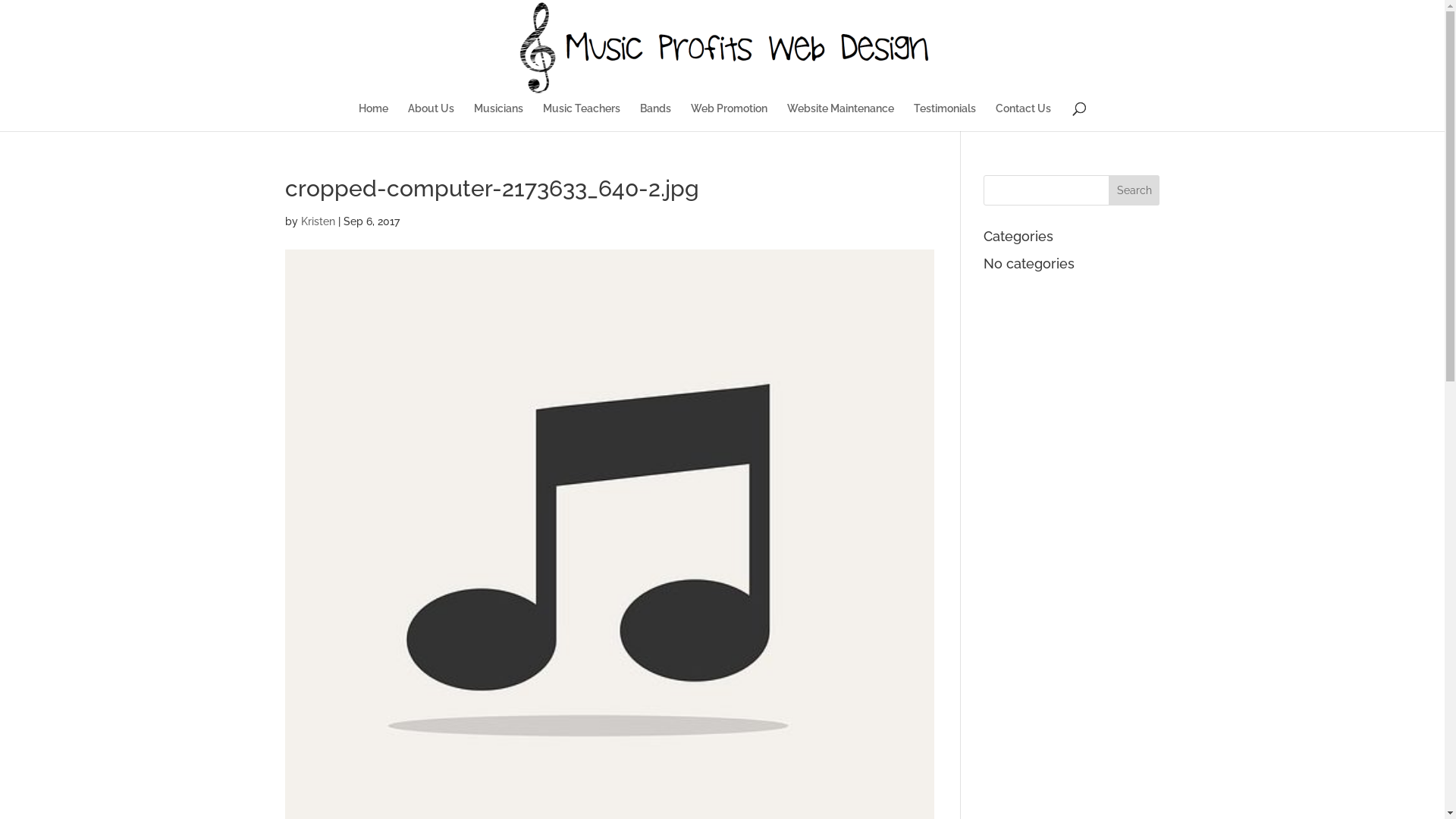 This screenshot has height=819, width=1456. I want to click on 'About Us', so click(430, 116).